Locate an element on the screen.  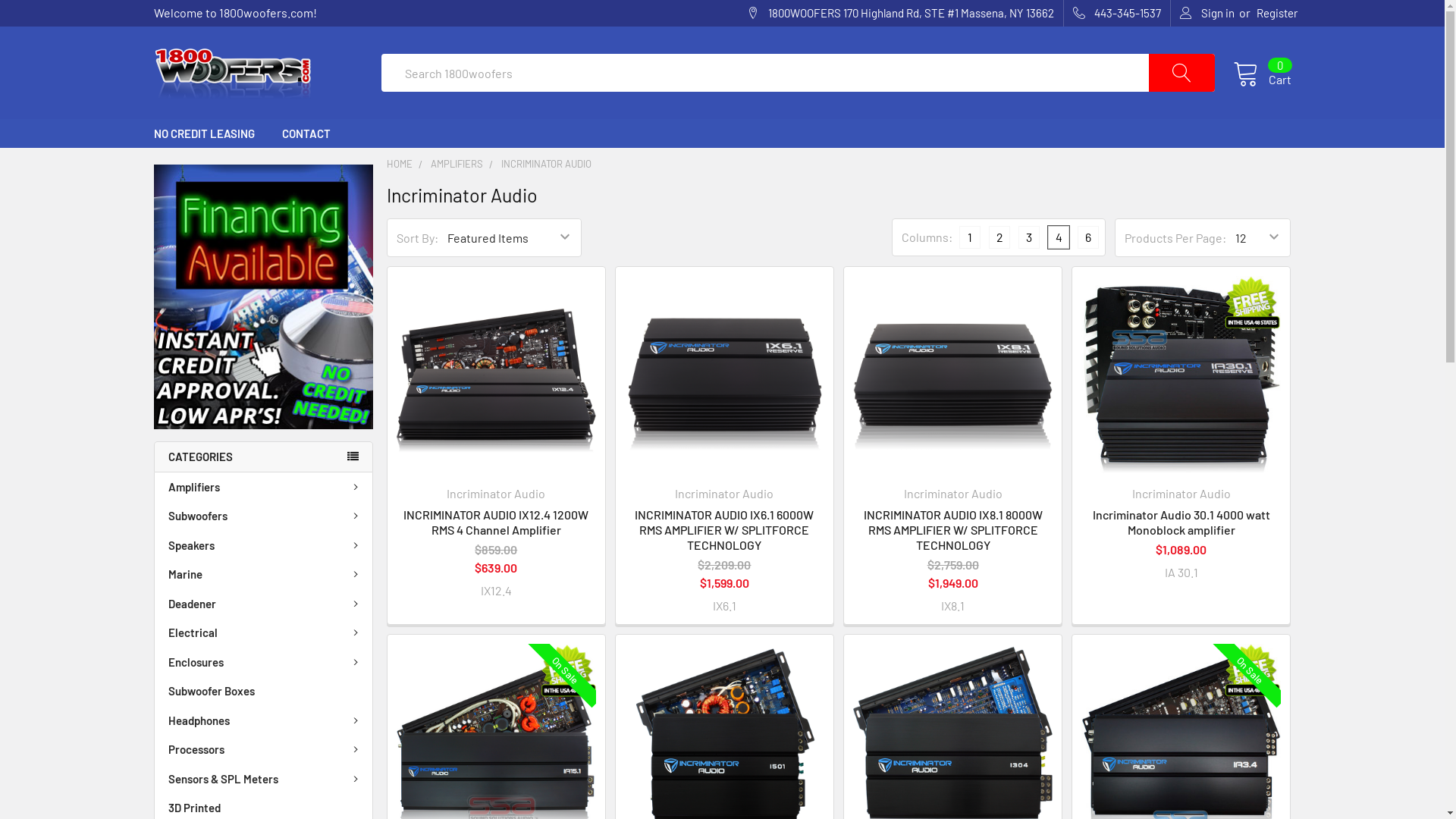
'INCRIMINATOR AUDIO IX12.4 1200W RMS 4 Channel Amplifier' is located at coordinates (496, 375).